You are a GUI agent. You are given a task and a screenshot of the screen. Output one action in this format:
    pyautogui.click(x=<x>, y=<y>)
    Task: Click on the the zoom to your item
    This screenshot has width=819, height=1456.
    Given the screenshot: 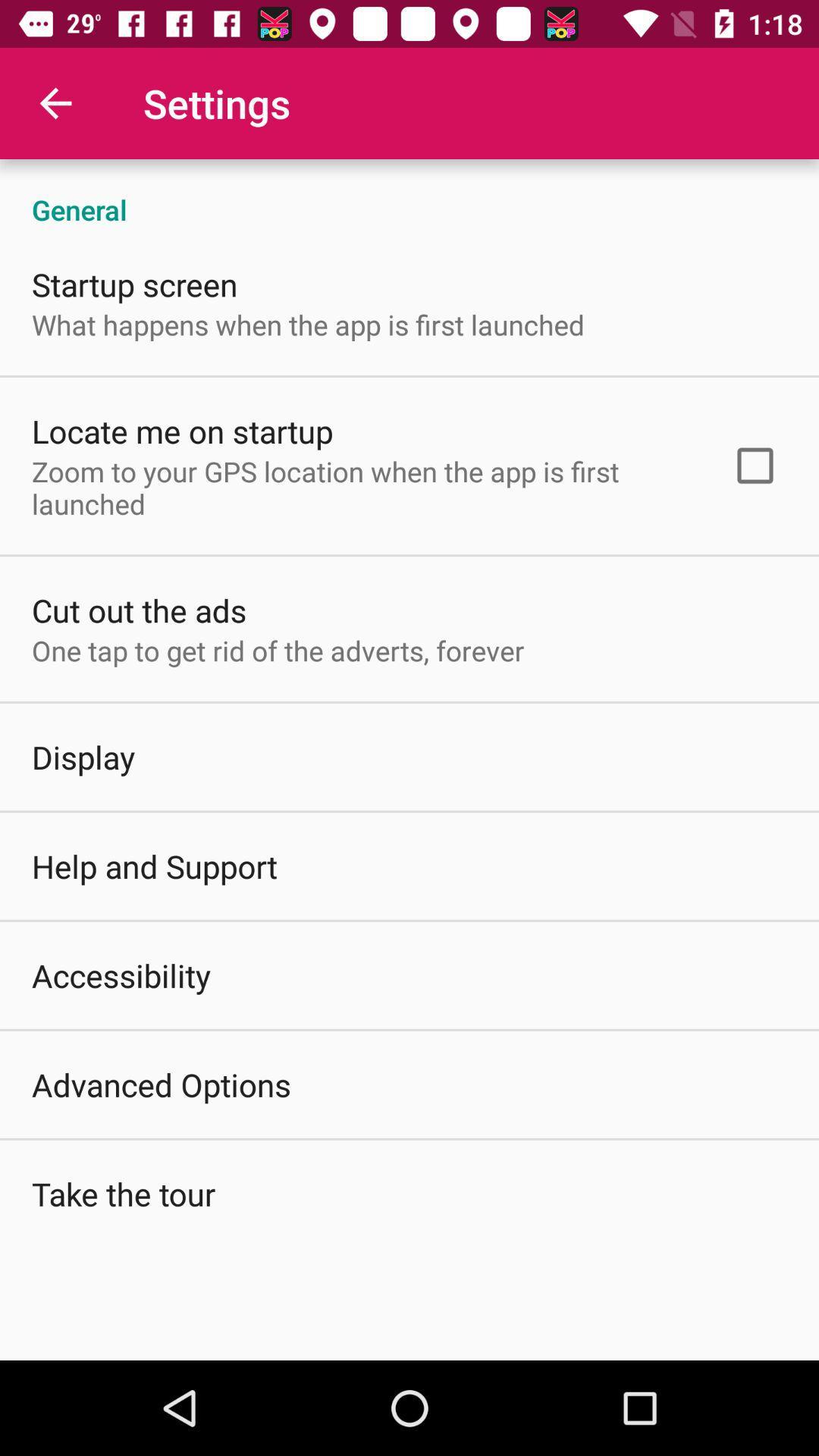 What is the action you would take?
    pyautogui.click(x=362, y=488)
    